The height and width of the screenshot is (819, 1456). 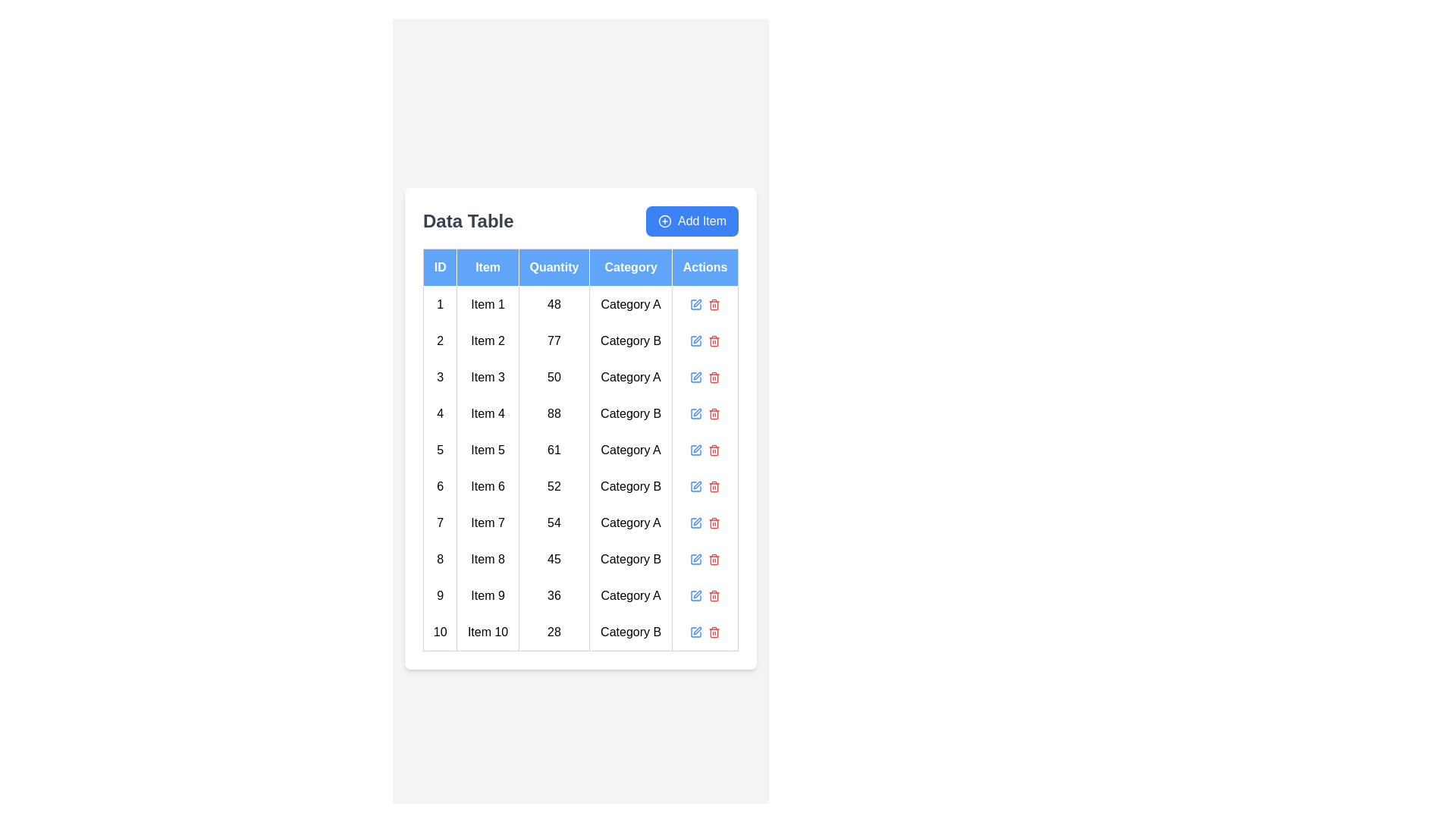 I want to click on the numeric display field for 'Item 3' in the table, so click(x=553, y=376).